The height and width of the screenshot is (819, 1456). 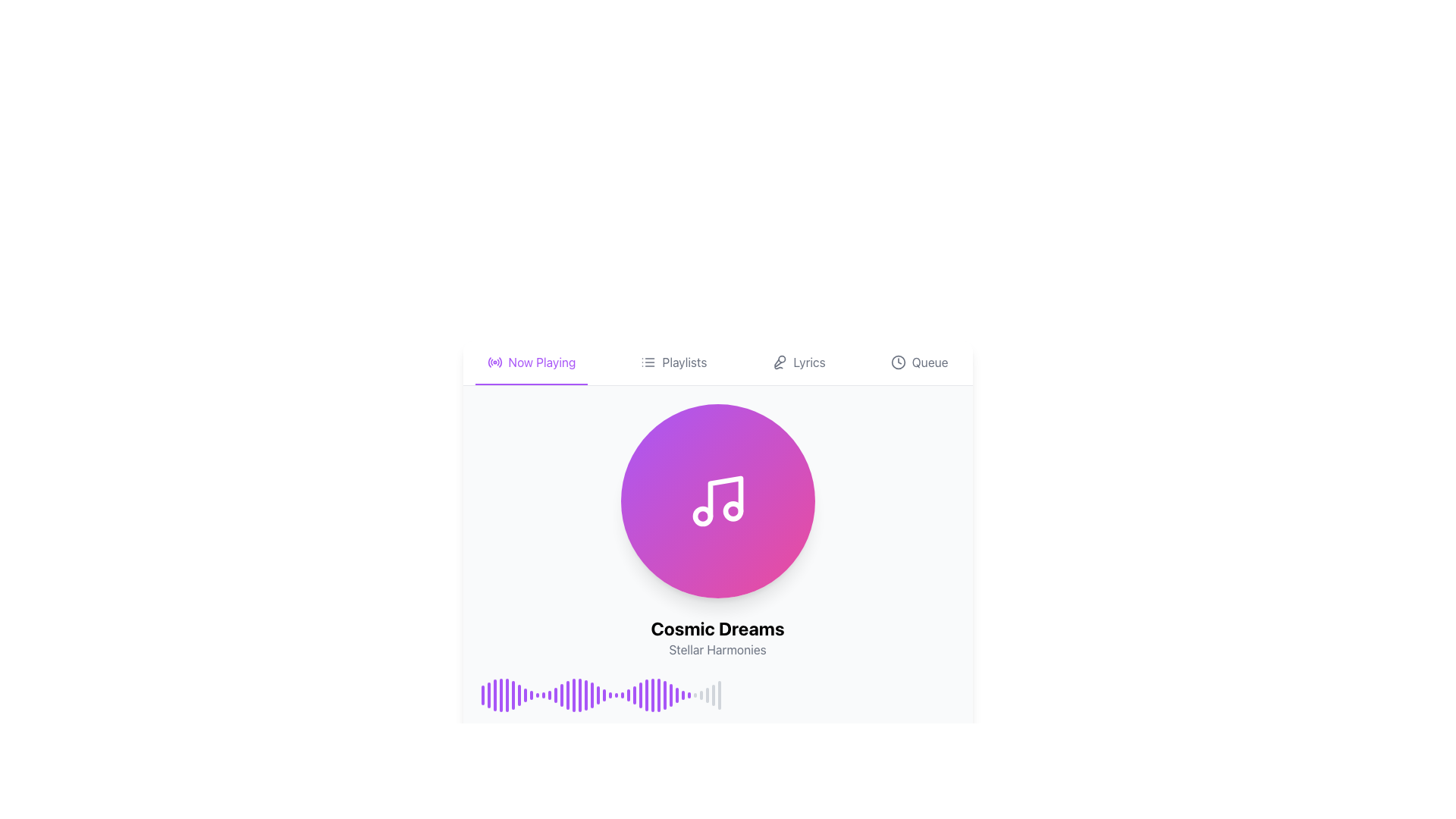 I want to click on the eighth vertical bar of the audio waveform display located beneath the 'Cosmic Dreams' icon and text, so click(x=525, y=695).